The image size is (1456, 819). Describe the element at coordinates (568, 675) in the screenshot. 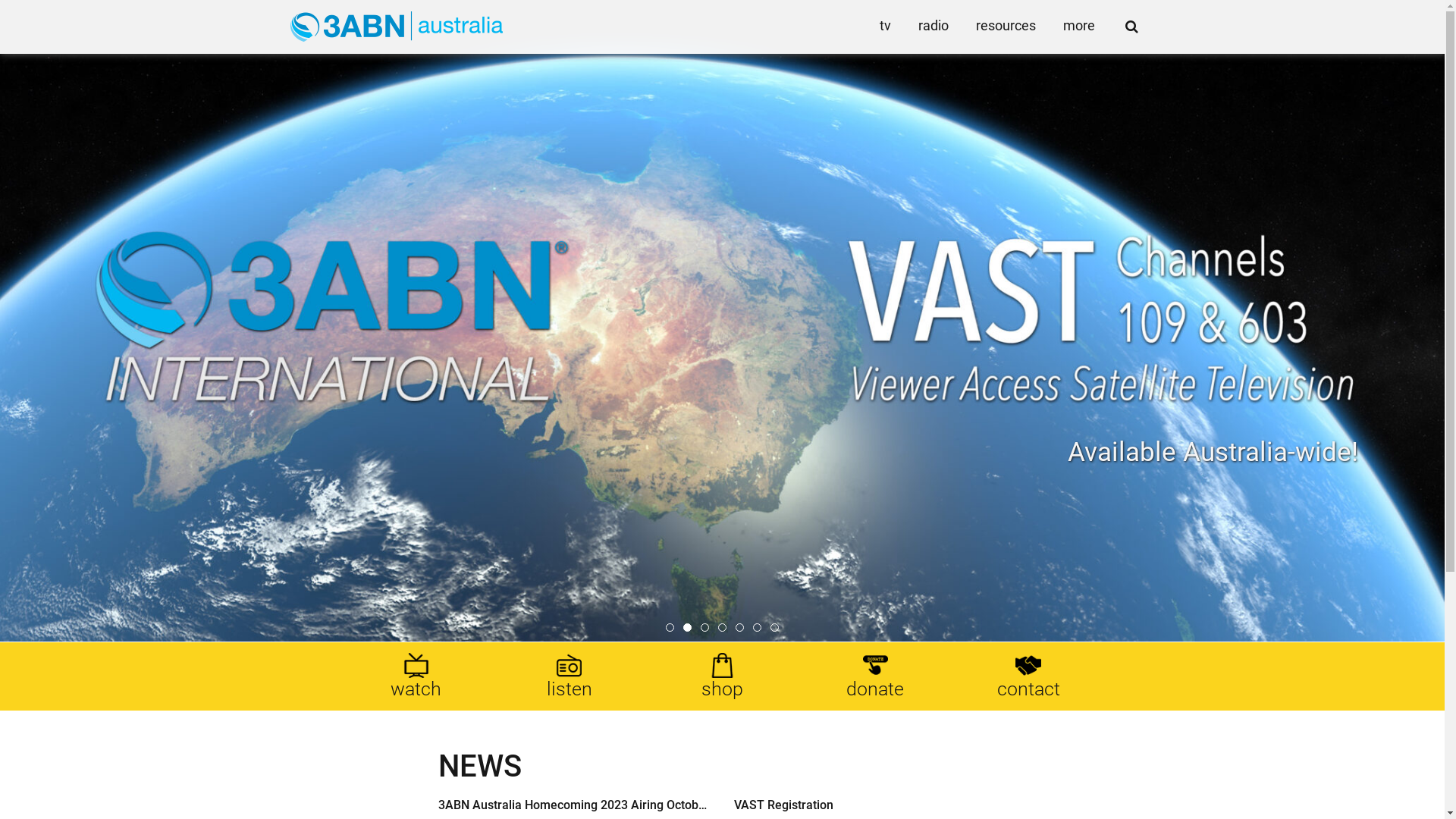

I see `'listen'` at that location.